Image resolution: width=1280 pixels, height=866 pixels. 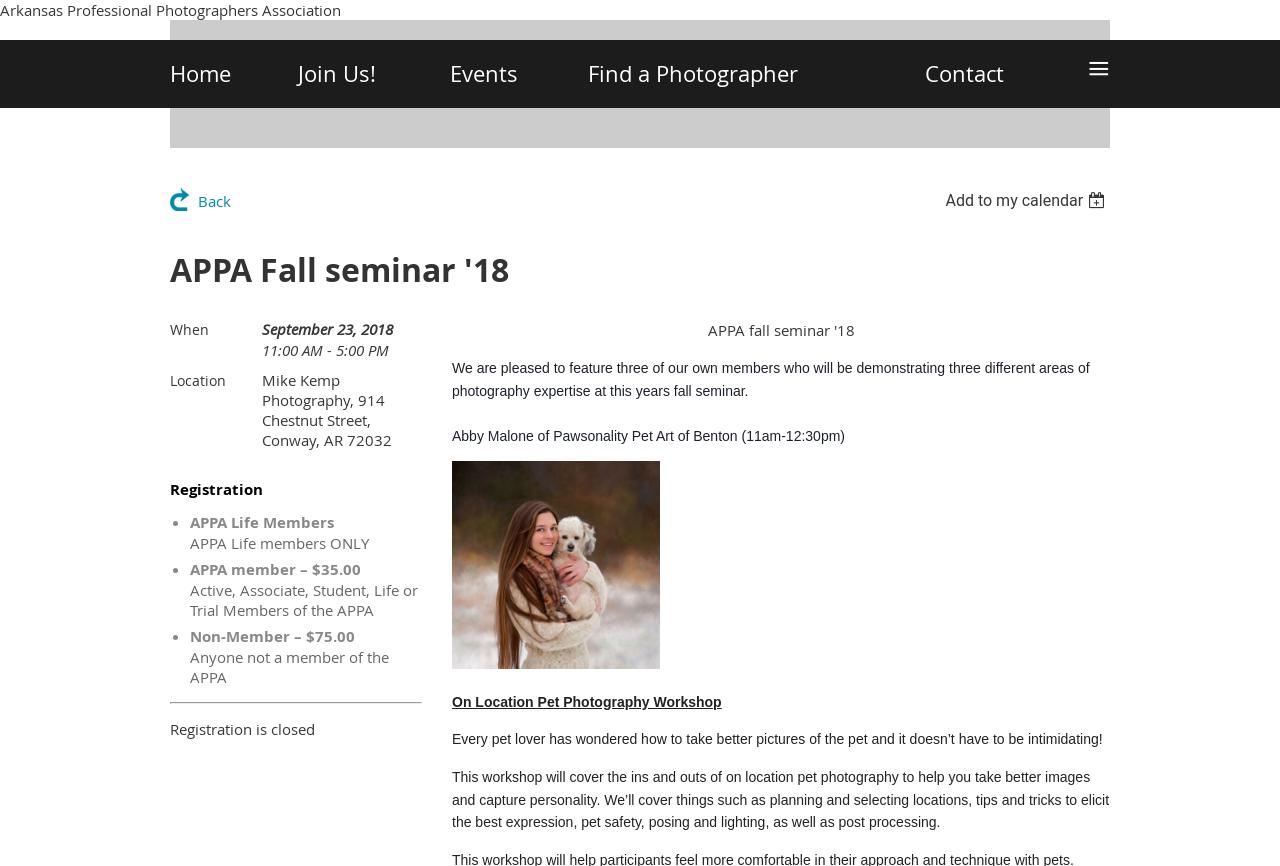 I want to click on 'APPA fall seminar '18', so click(x=779, y=329).